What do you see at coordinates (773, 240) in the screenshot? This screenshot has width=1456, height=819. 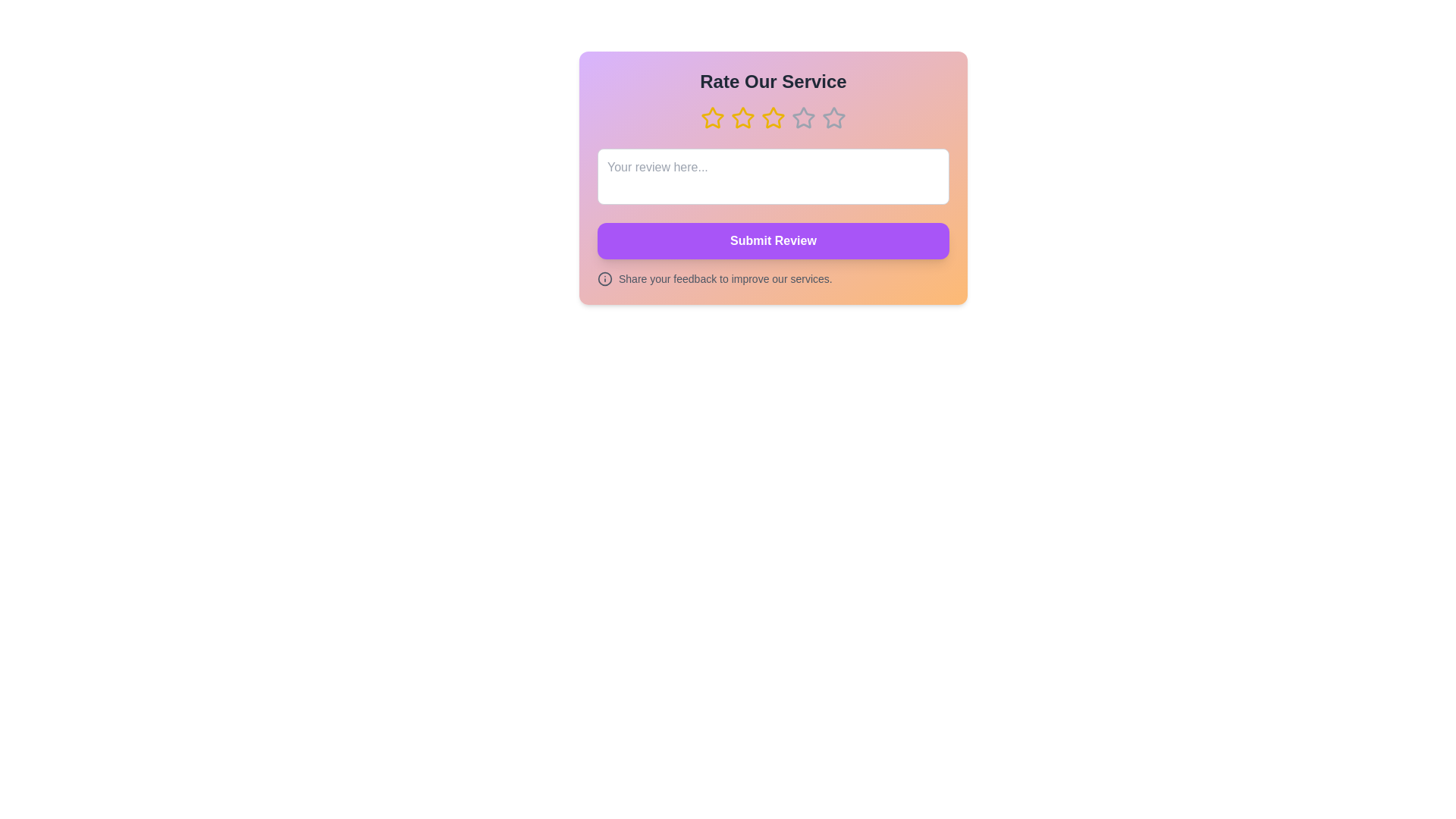 I see `the 'Submit Review' button with a purple background and rounded corners` at bounding box center [773, 240].